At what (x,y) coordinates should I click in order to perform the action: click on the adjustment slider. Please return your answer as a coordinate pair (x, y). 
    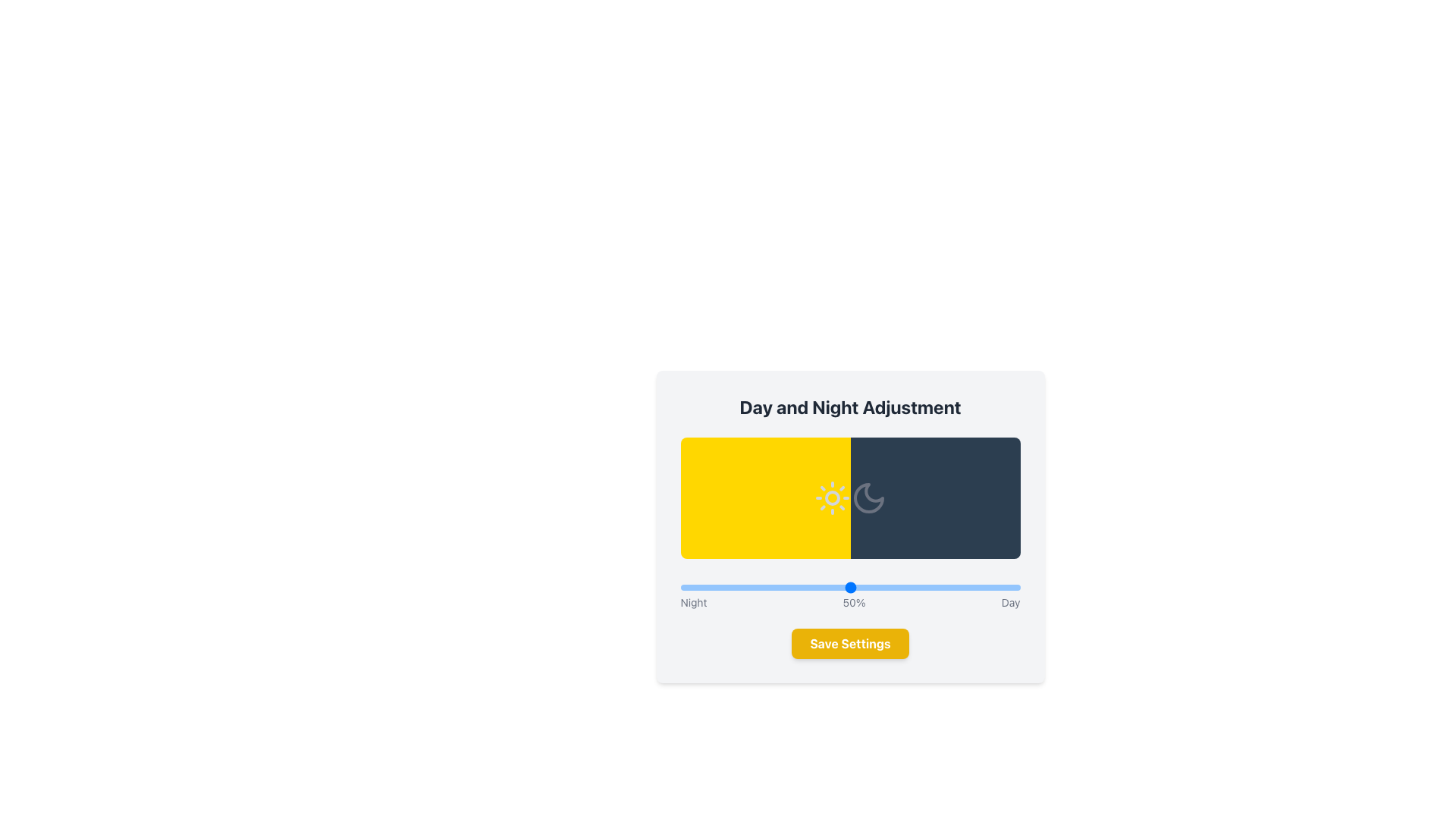
    Looking at the image, I should click on (822, 587).